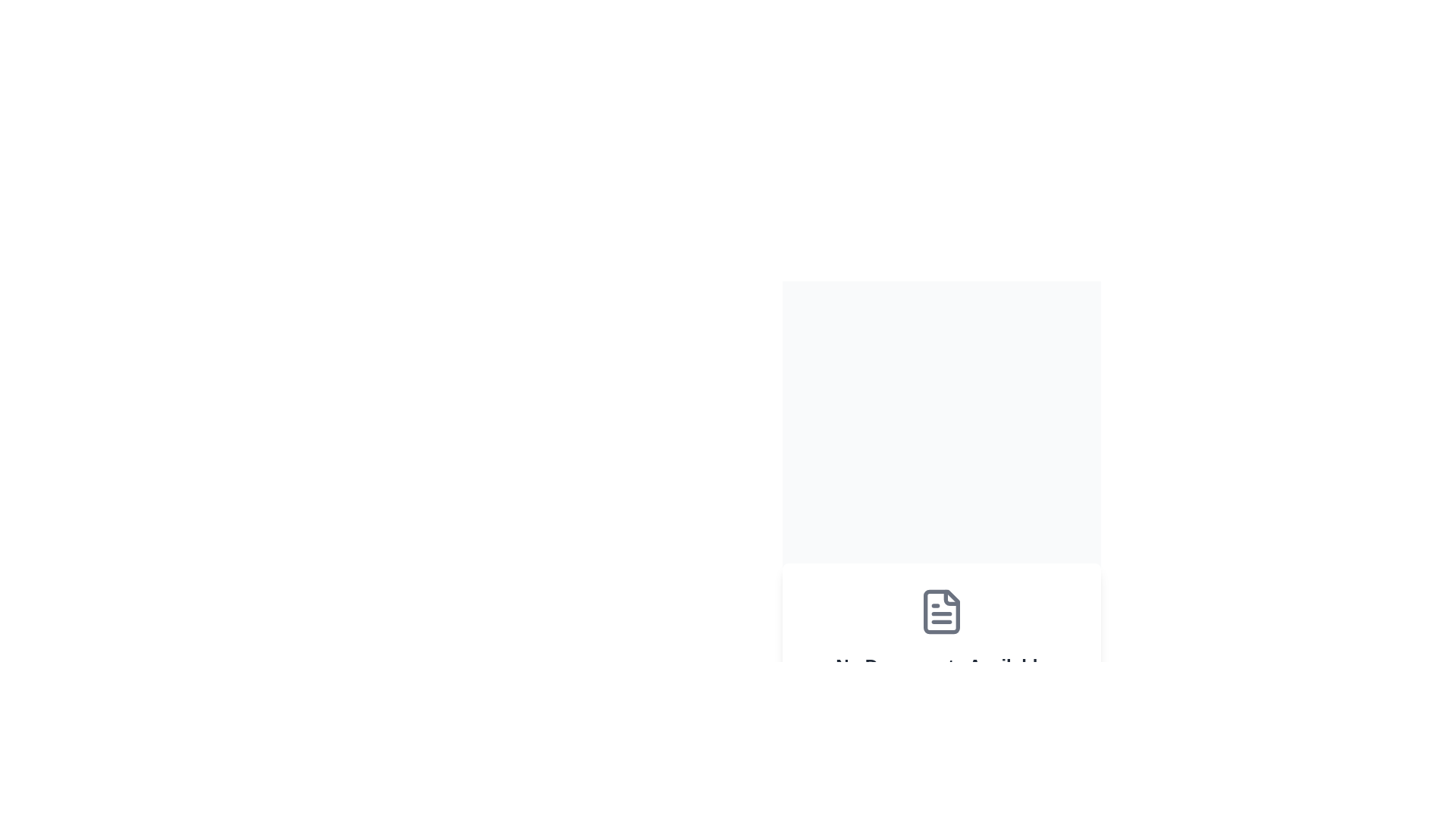 The height and width of the screenshot is (819, 1456). What do you see at coordinates (941, 610) in the screenshot?
I see `the file-related action icon located centrally at the bottom center of the interface` at bounding box center [941, 610].